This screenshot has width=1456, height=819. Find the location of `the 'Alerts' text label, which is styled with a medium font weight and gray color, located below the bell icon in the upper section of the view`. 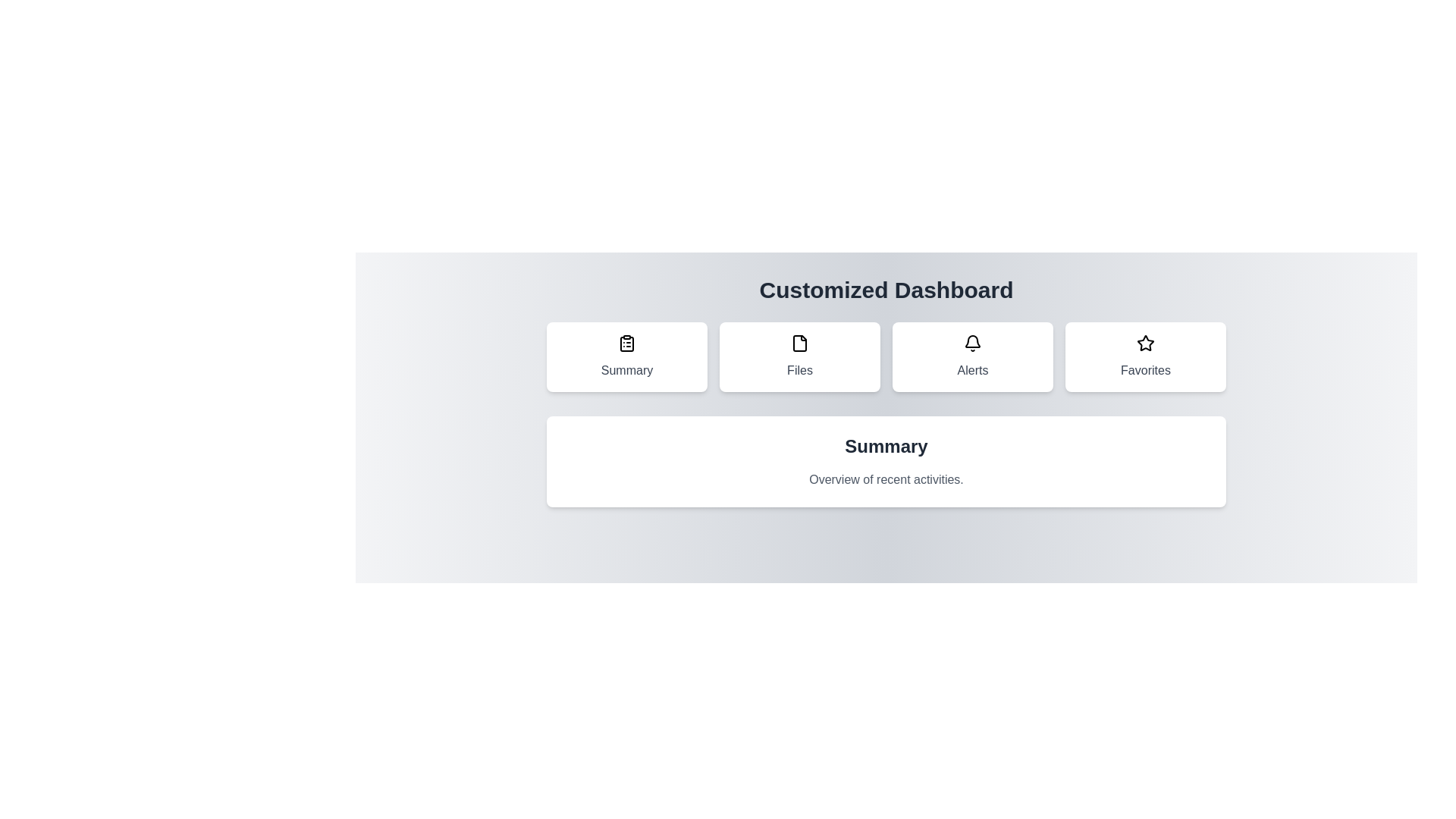

the 'Alerts' text label, which is styled with a medium font weight and gray color, located below the bell icon in the upper section of the view is located at coordinates (972, 371).